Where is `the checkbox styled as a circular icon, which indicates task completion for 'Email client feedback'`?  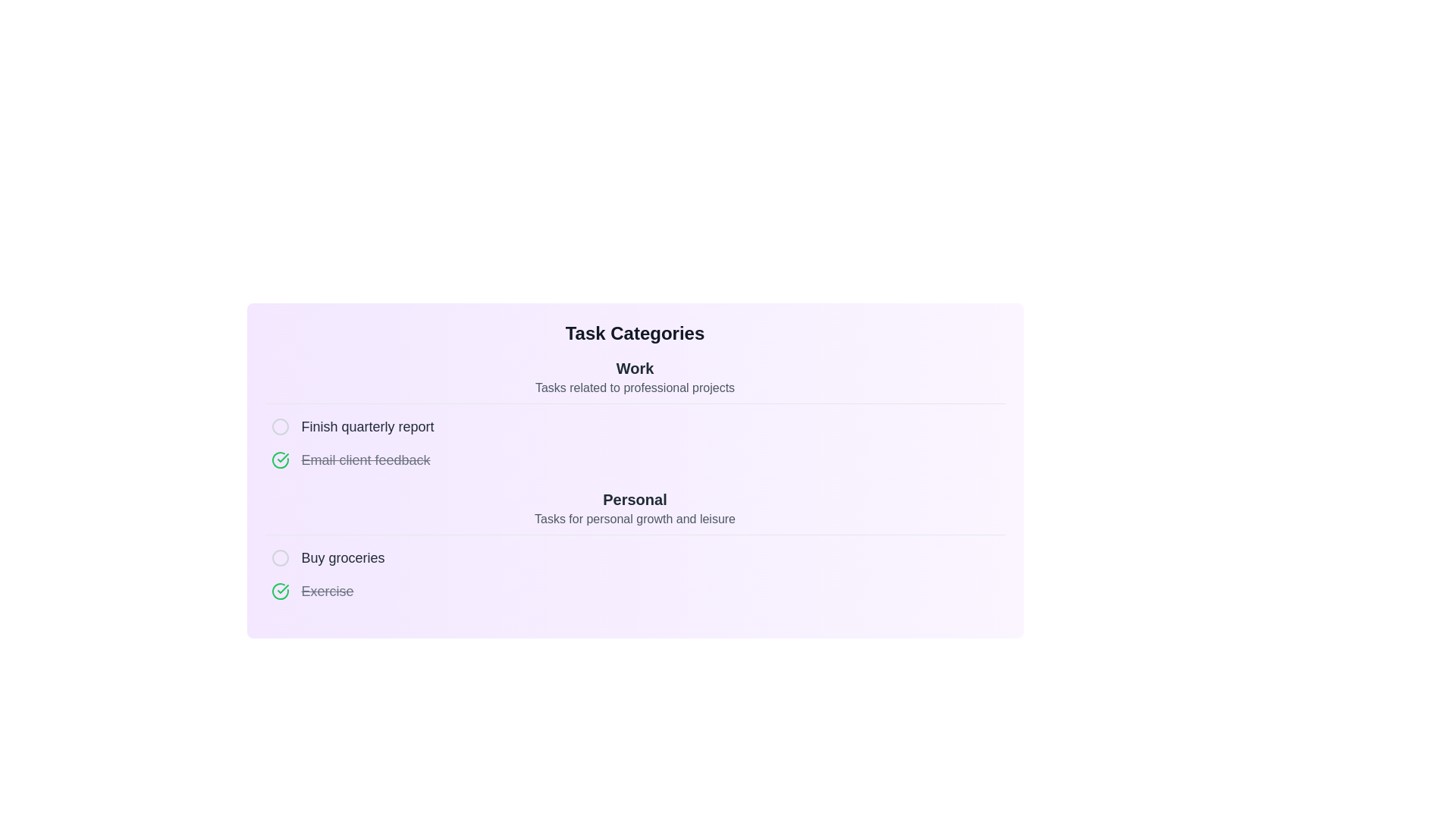
the checkbox styled as a circular icon, which indicates task completion for 'Email client feedback' is located at coordinates (280, 459).